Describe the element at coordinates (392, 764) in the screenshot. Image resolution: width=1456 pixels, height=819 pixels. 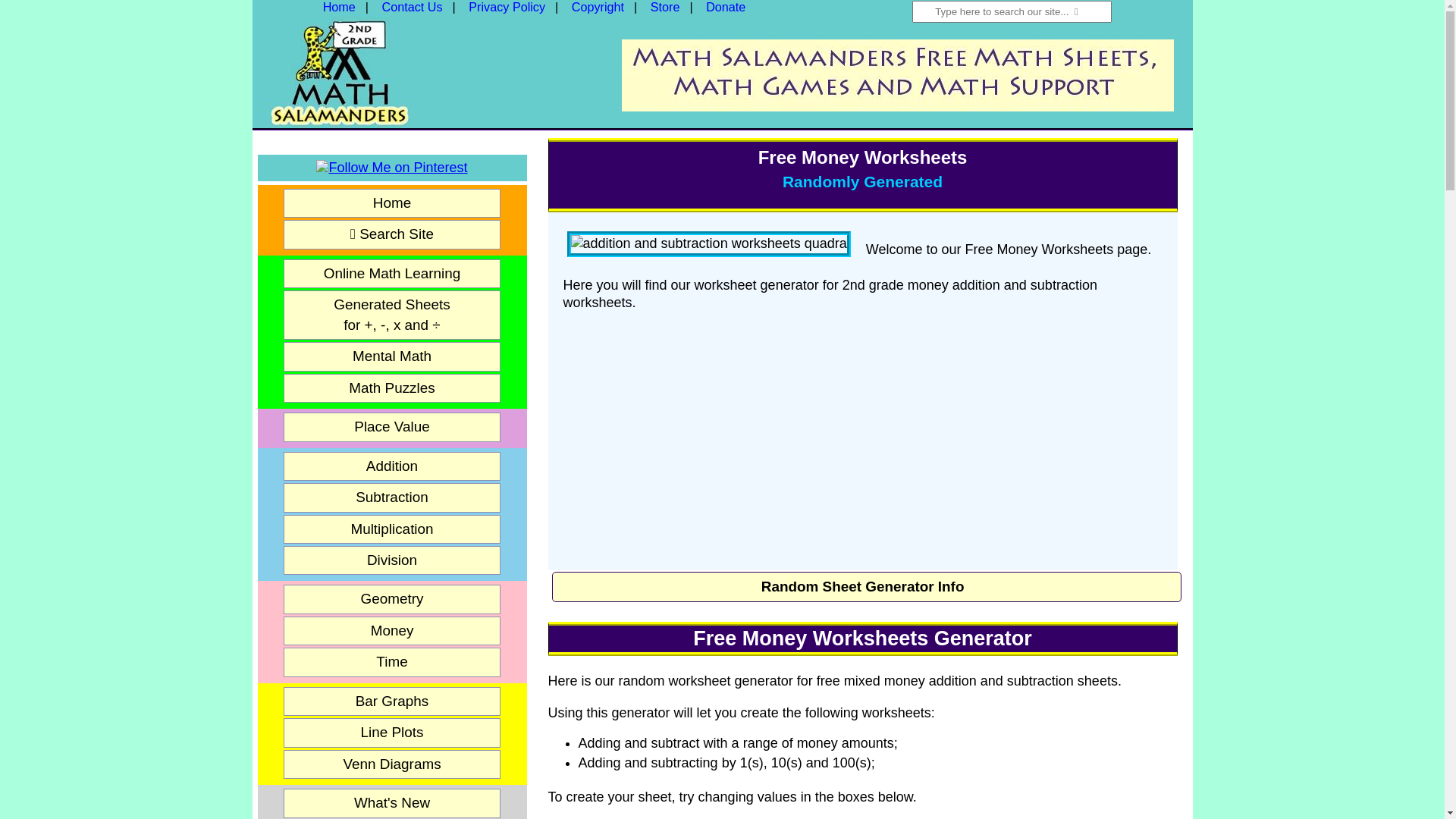
I see `'Venn Diagrams'` at that location.